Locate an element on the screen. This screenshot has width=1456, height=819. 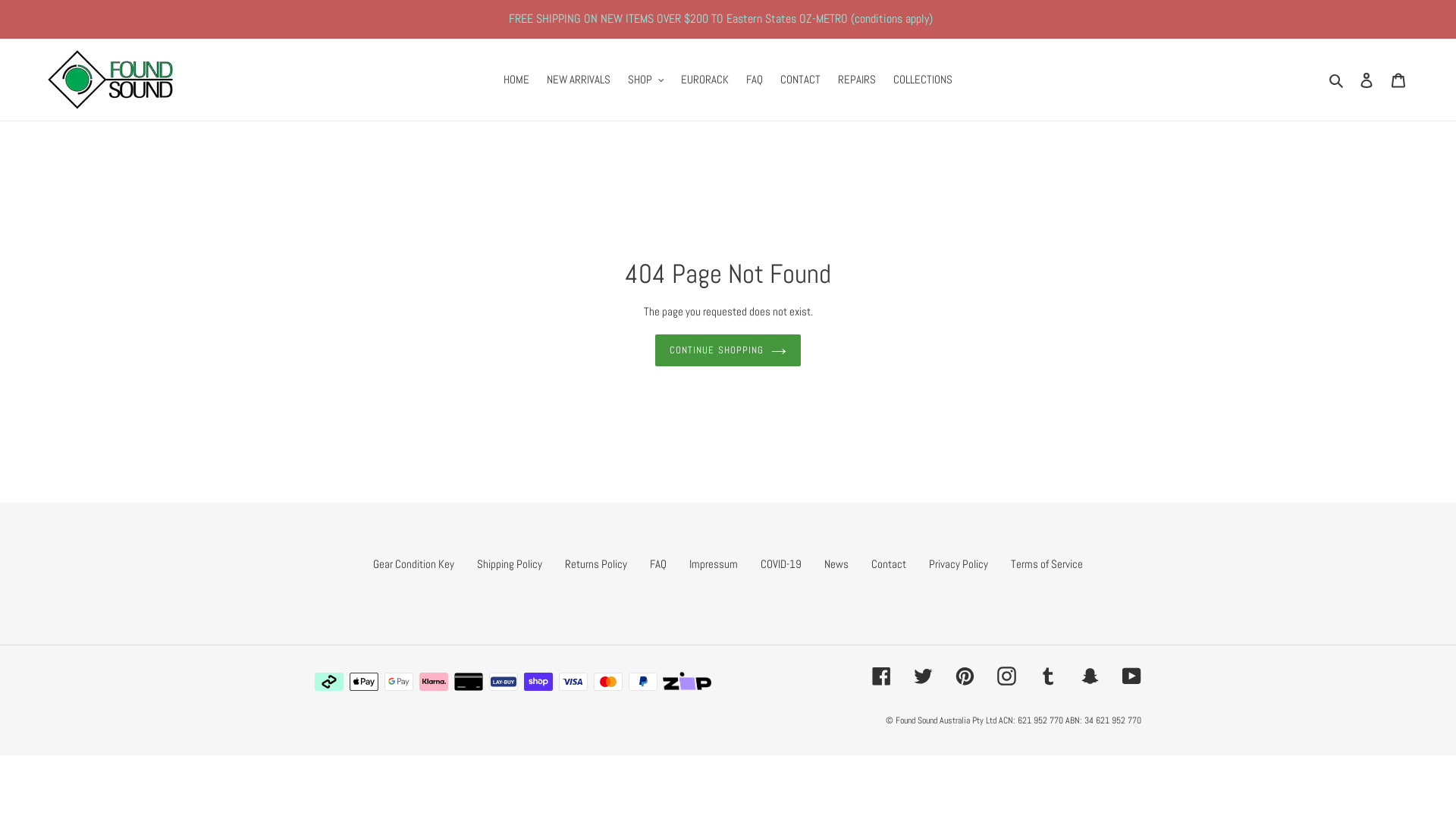
'Snapchat' is located at coordinates (1089, 675).